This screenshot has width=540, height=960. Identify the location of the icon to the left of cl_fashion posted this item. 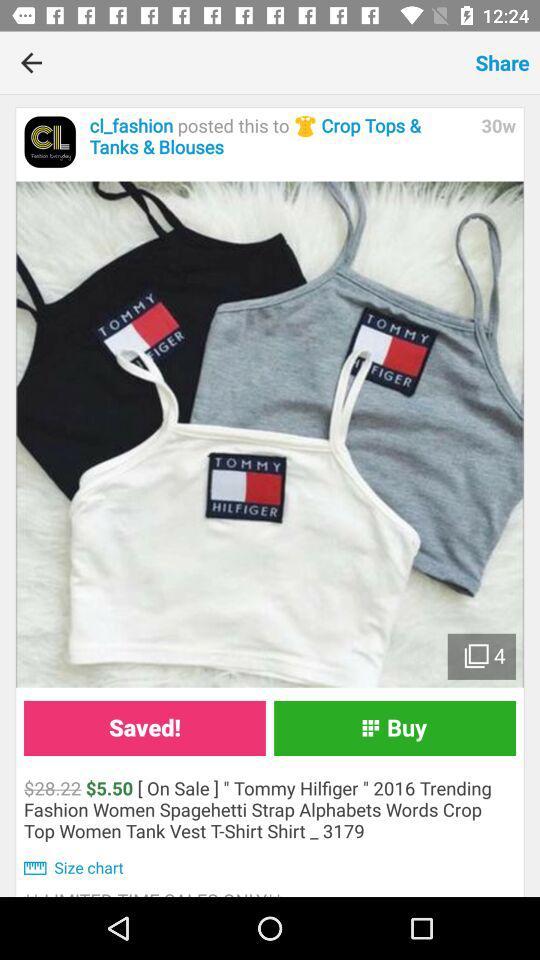
(50, 141).